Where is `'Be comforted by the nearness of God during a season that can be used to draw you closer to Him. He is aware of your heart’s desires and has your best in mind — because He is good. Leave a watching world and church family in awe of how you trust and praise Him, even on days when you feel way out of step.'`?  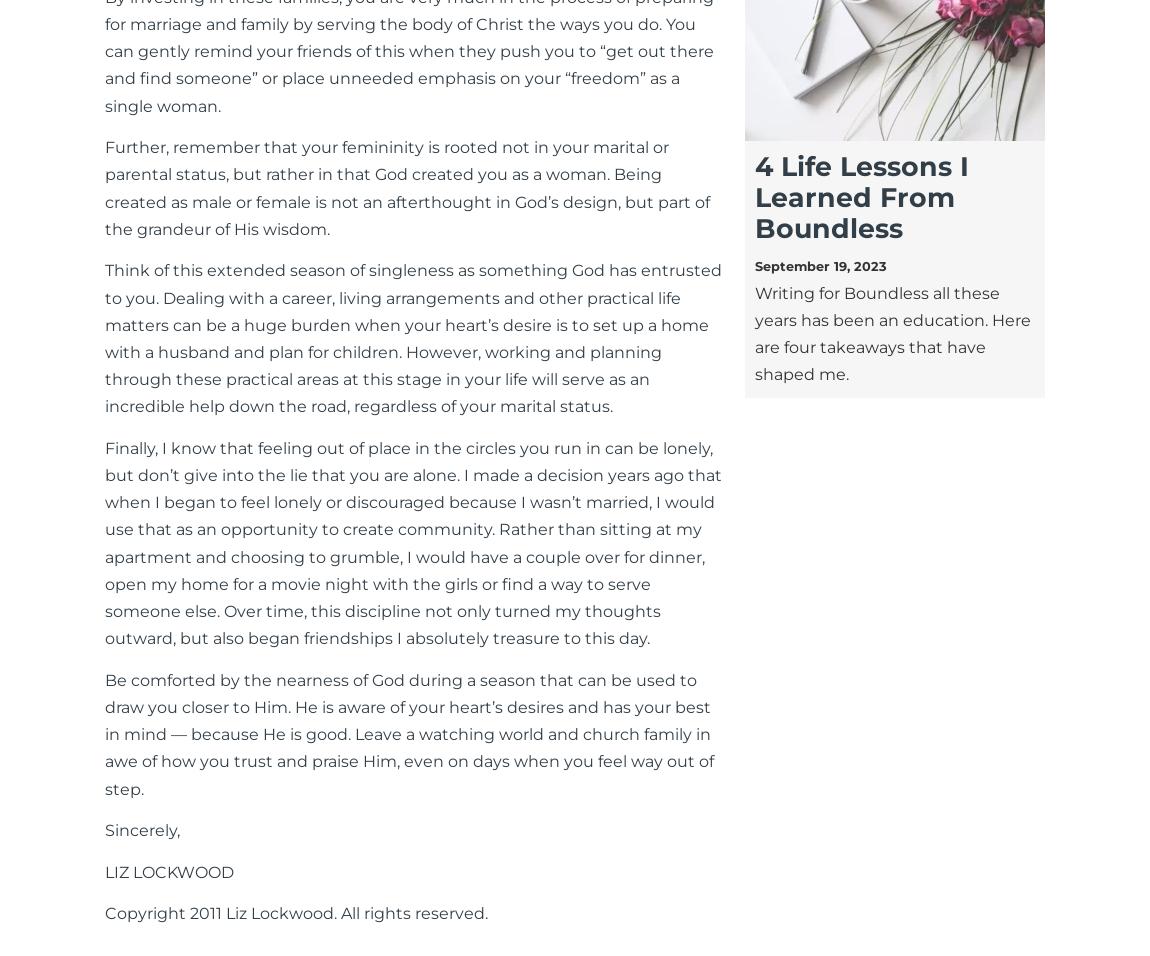
'Be comforted by the nearness of God during a season that can be used to draw you closer to Him. He is aware of your heart’s desires and has your best in mind — because He is good. Leave a watching world and church family in awe of how you trust and praise Him, even on days when you feel way out of step.' is located at coordinates (409, 733).